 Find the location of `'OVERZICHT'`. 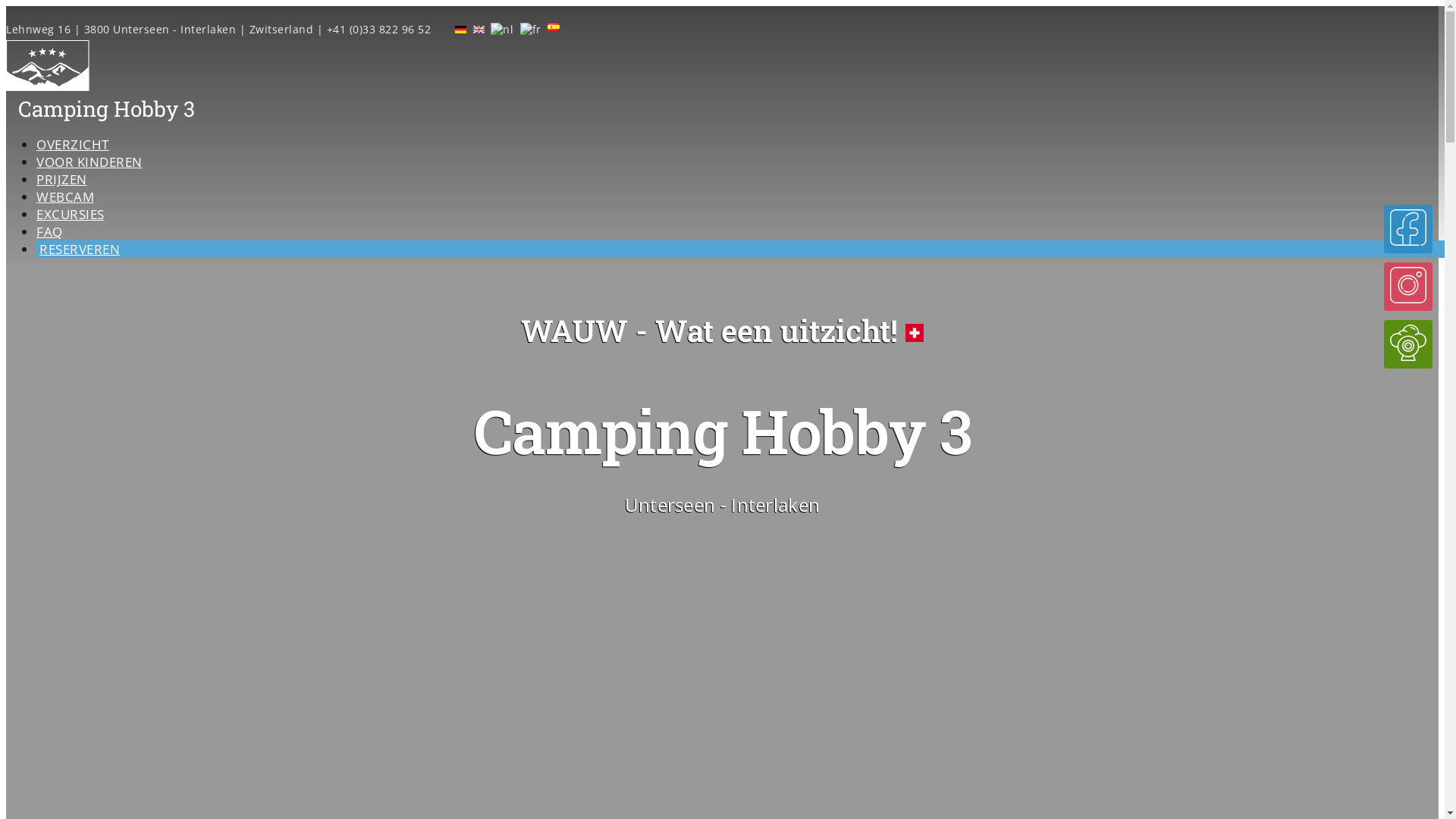

'OVERZICHT' is located at coordinates (72, 144).